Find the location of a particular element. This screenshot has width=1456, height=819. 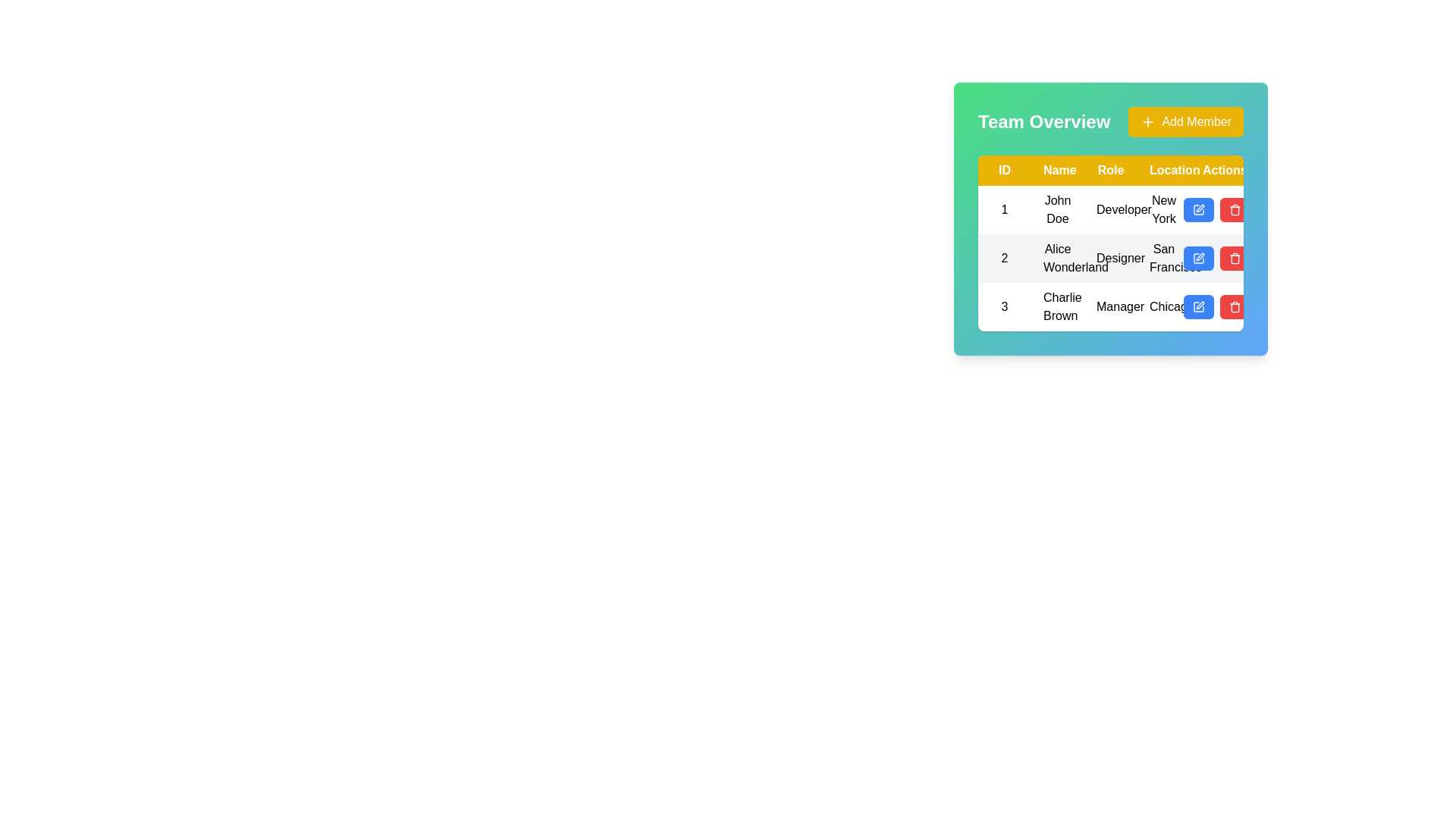

the edit button located in the Action column of the second row in the 'Team Overview' table is located at coordinates (1197, 257).